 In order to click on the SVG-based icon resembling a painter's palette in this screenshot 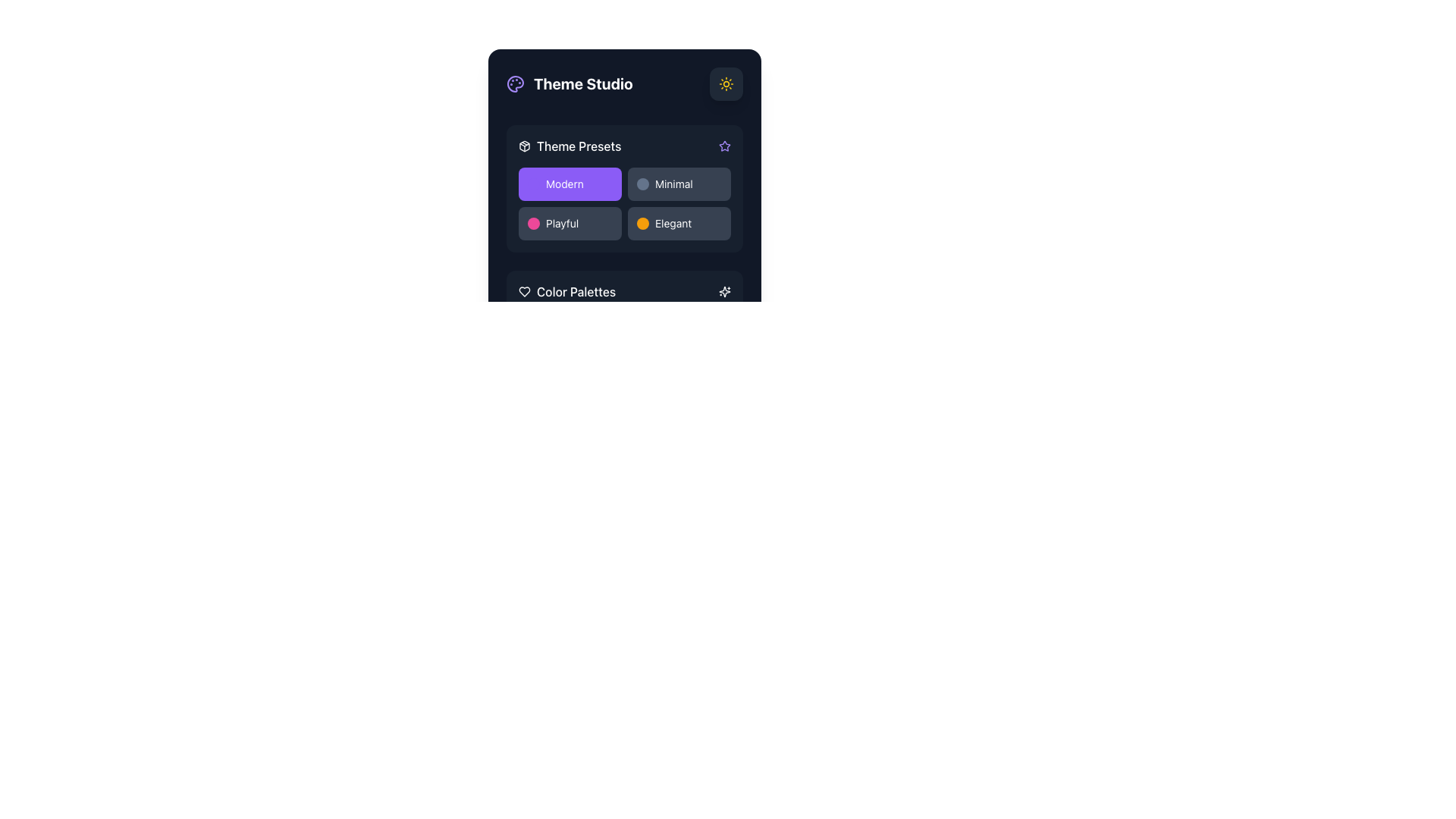, I will do `click(516, 84)`.